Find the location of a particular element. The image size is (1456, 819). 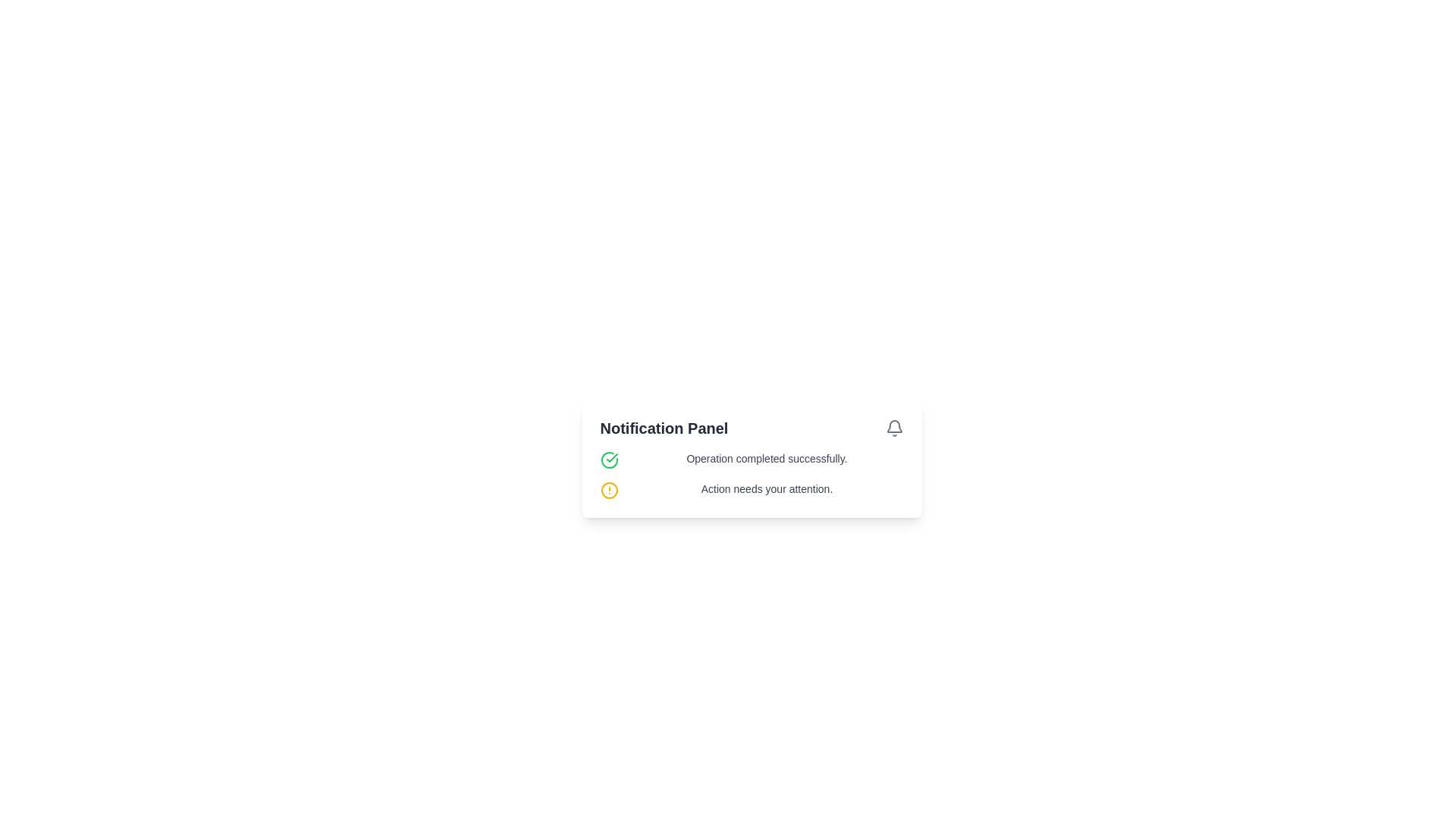

the leftmost icon is located at coordinates (609, 459).